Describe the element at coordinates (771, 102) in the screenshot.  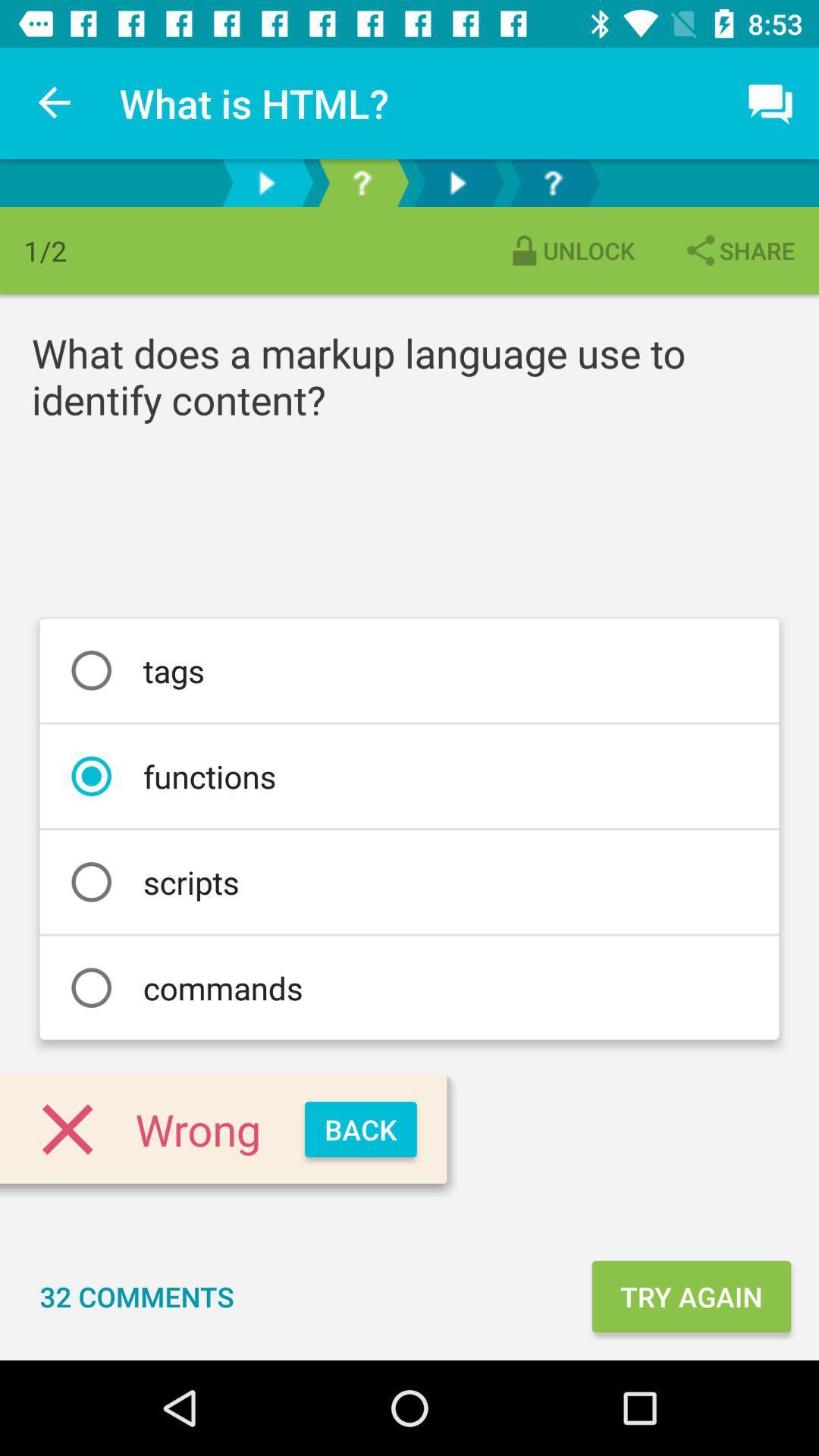
I see `icon above the share` at that location.